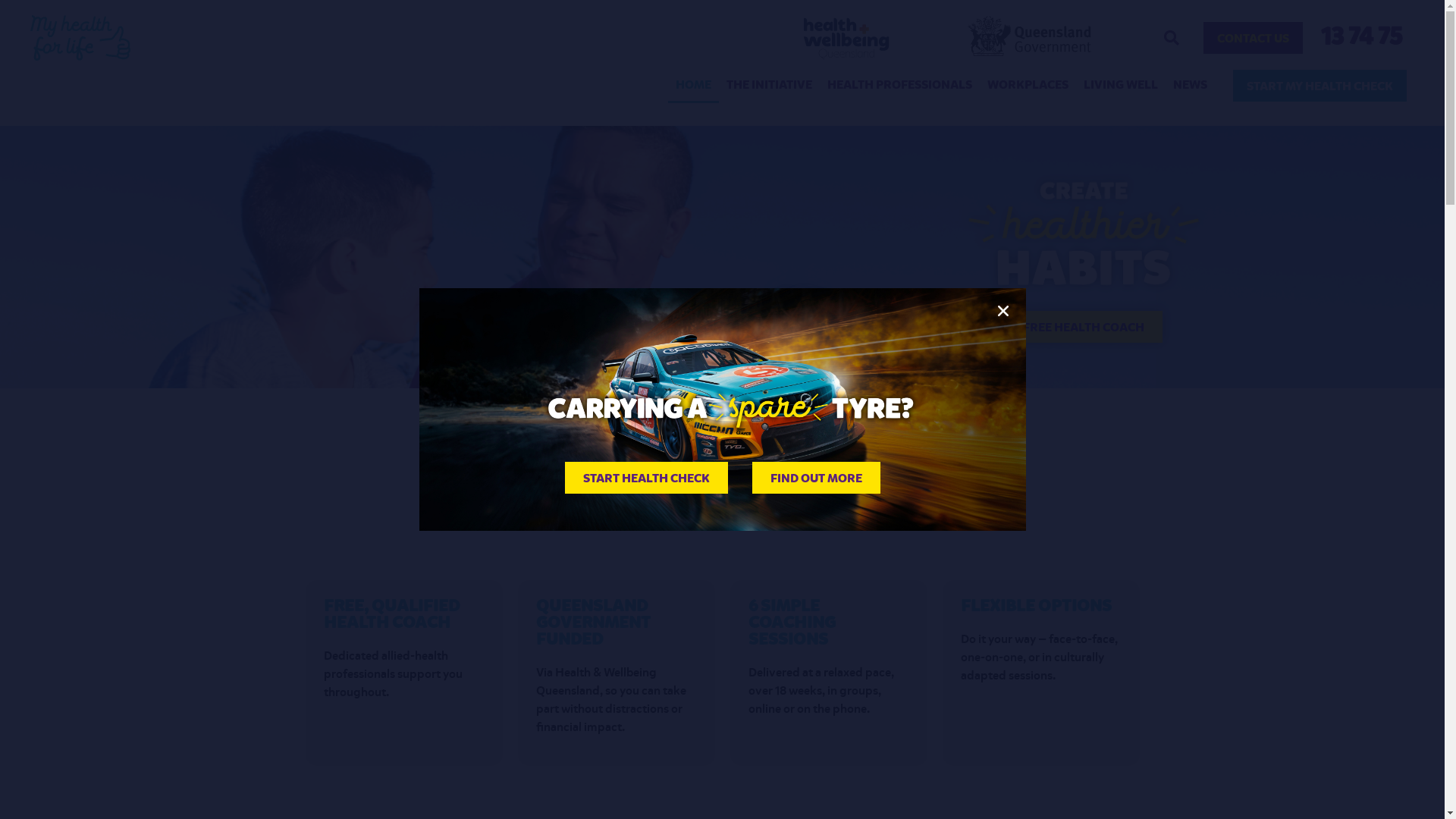 The image size is (1456, 819). What do you see at coordinates (692, 85) in the screenshot?
I see `'HOME'` at bounding box center [692, 85].